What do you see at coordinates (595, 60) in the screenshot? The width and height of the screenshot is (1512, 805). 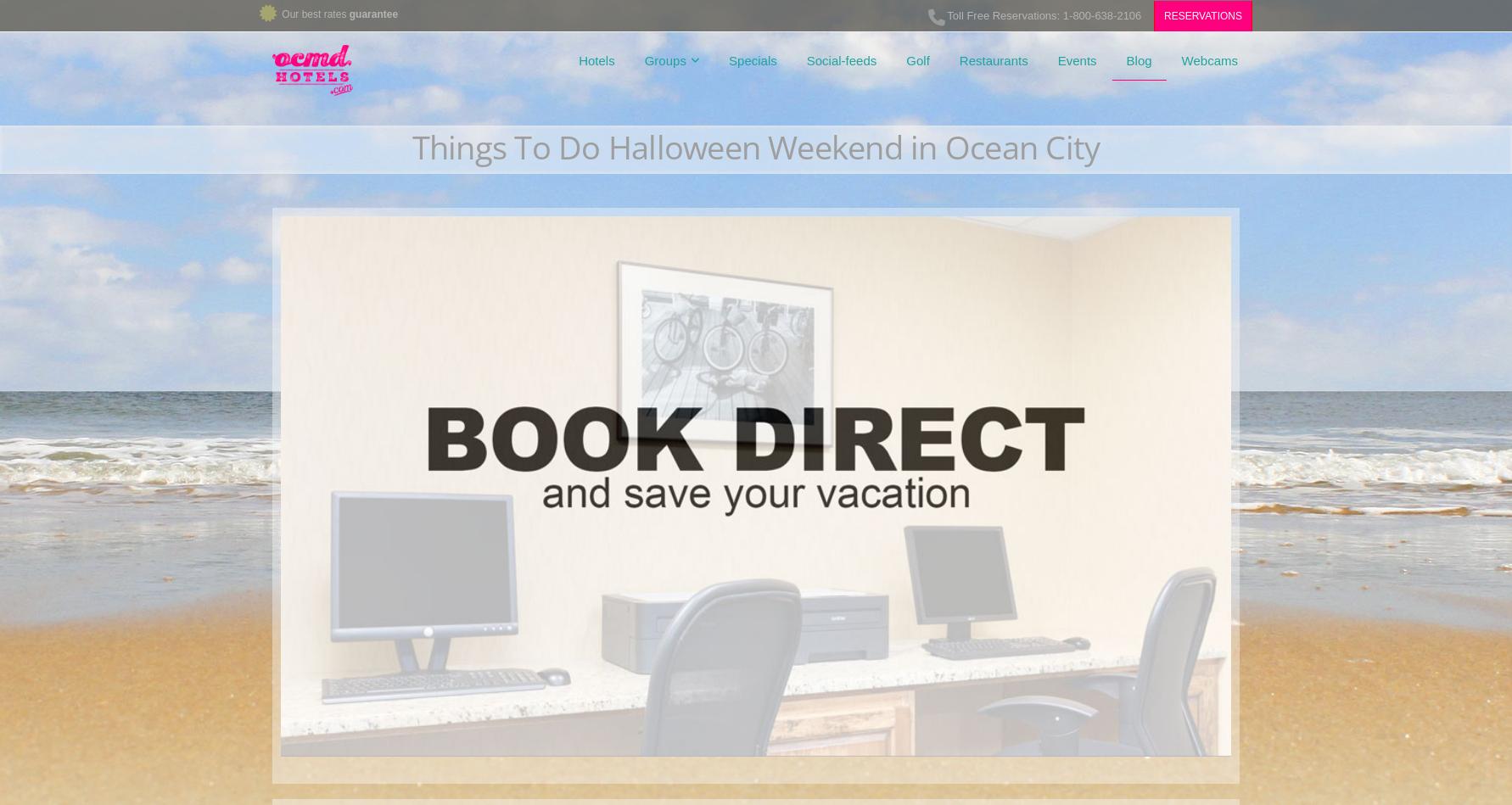 I see `'Hotels'` at bounding box center [595, 60].